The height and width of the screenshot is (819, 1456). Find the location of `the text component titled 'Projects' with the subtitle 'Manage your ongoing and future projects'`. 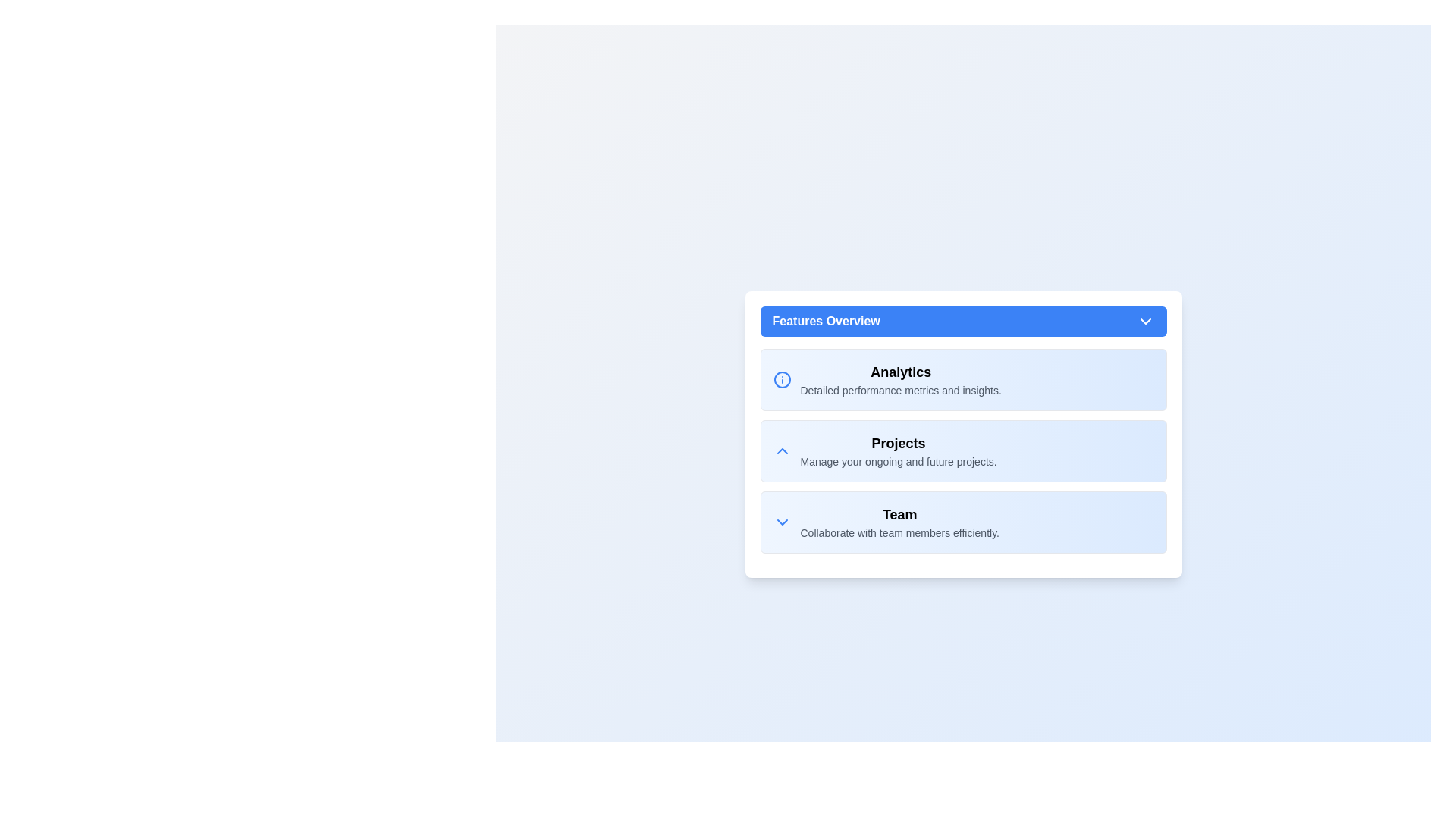

the text component titled 'Projects' with the subtitle 'Manage your ongoing and future projects' is located at coordinates (899, 450).